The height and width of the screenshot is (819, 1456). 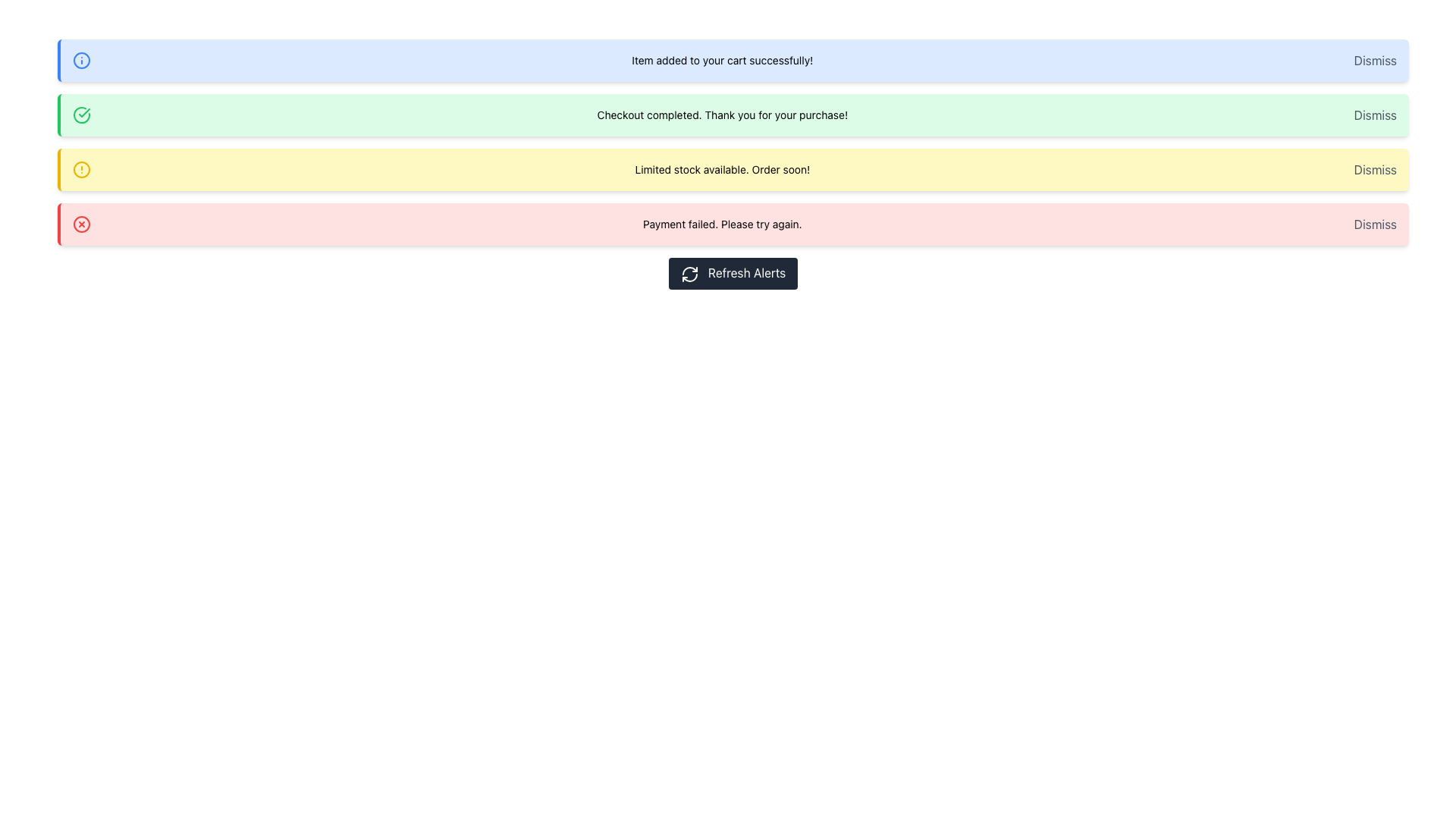 I want to click on the circular refresh icon within the 'Refresh Alerts' button, so click(x=689, y=274).